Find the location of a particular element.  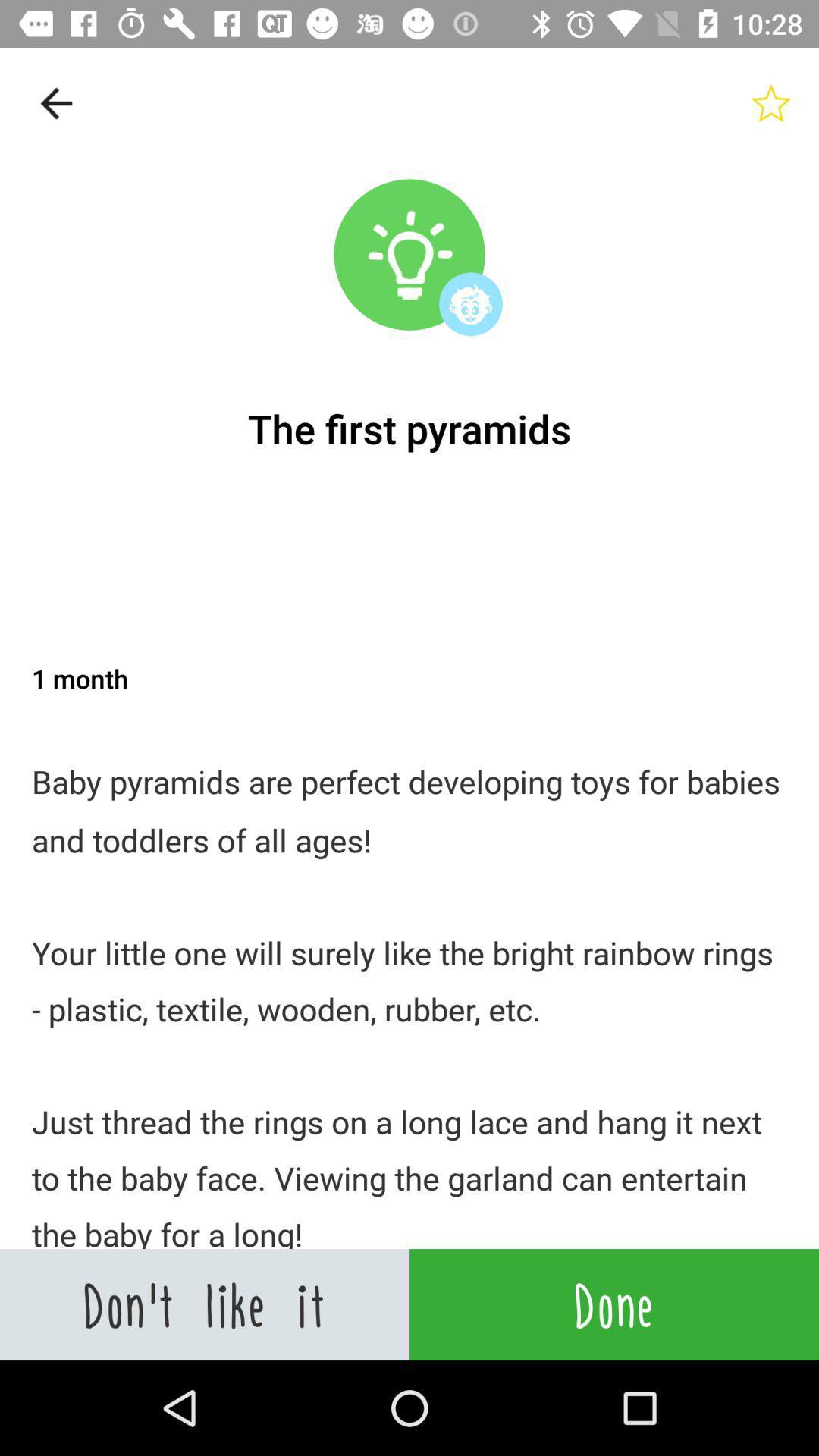

the icon next to the done icon is located at coordinates (205, 1304).